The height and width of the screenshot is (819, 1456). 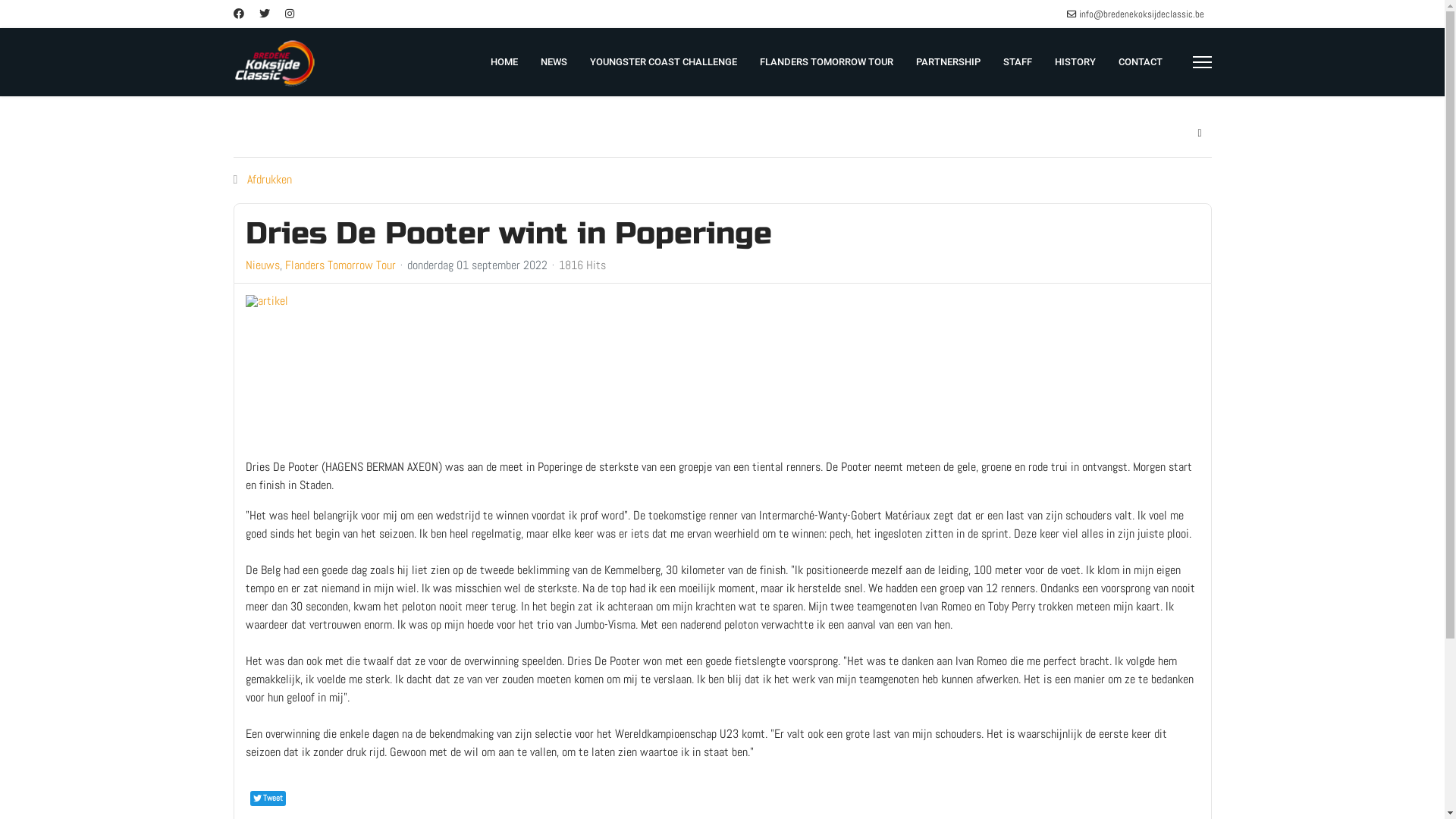 I want to click on 'Nieuws', so click(x=262, y=265).